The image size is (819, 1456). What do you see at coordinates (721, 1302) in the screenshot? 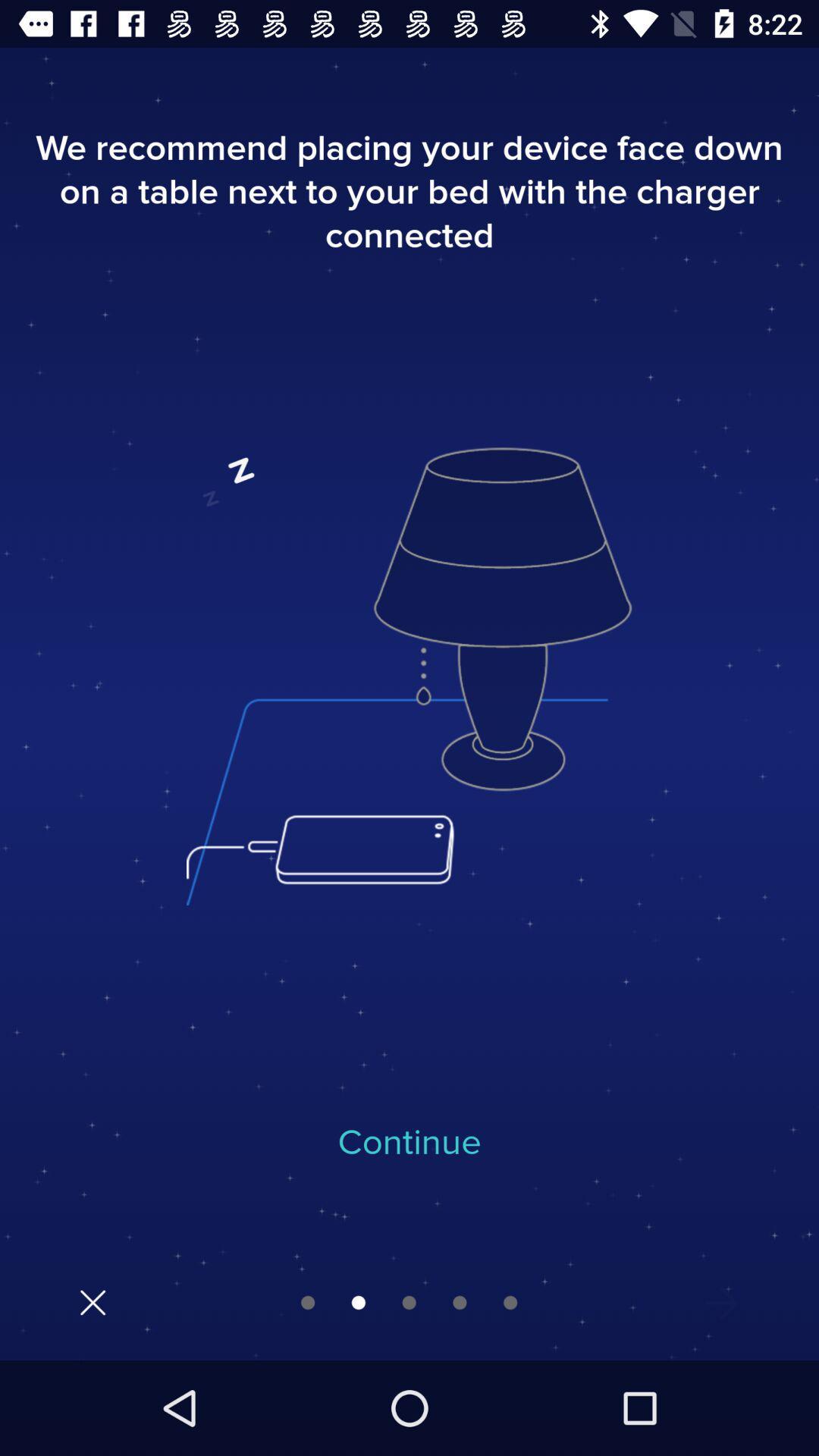
I see `the star icon` at bounding box center [721, 1302].